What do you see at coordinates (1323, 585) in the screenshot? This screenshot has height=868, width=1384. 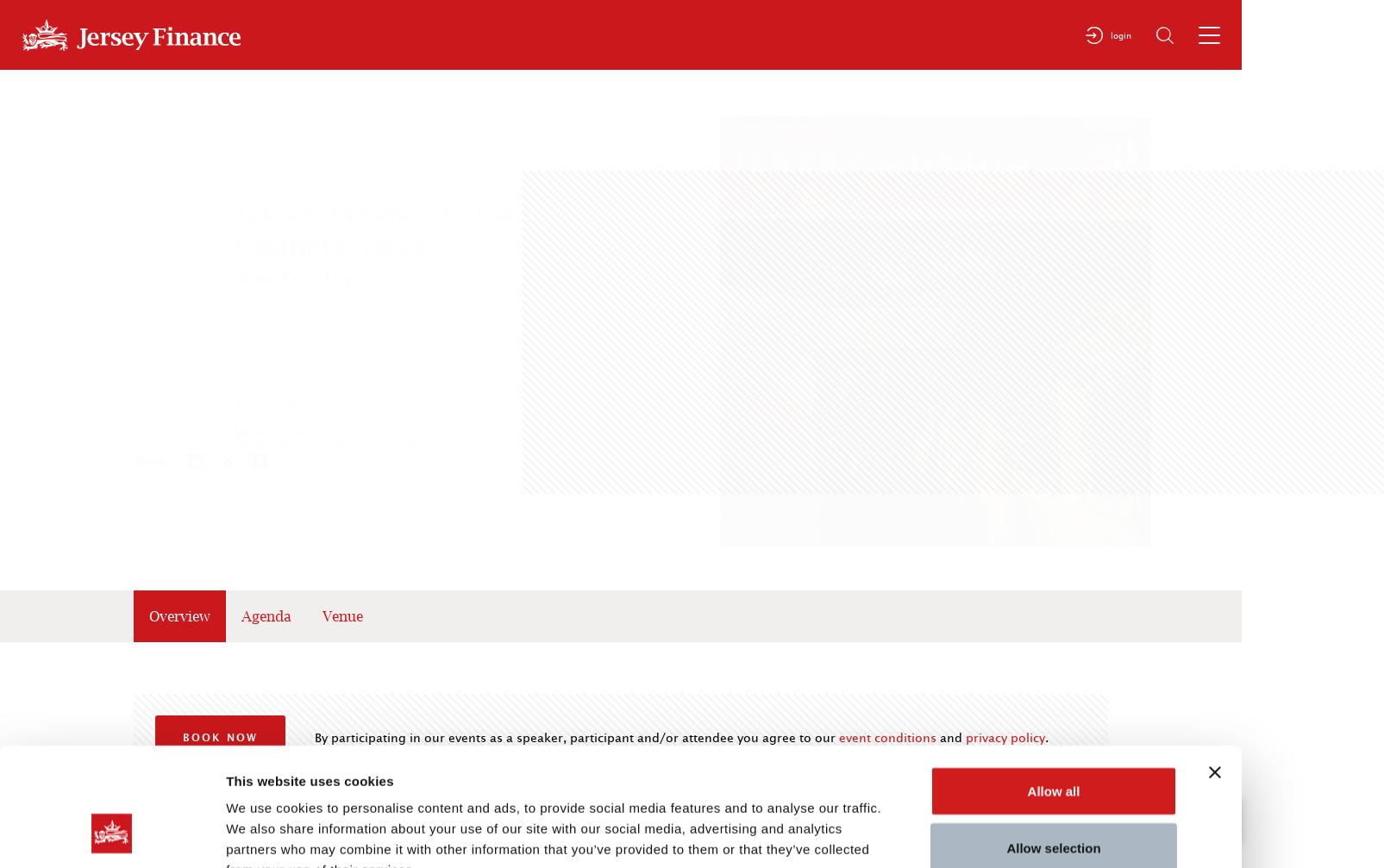 I see `'Member Benefits'` at bounding box center [1323, 585].